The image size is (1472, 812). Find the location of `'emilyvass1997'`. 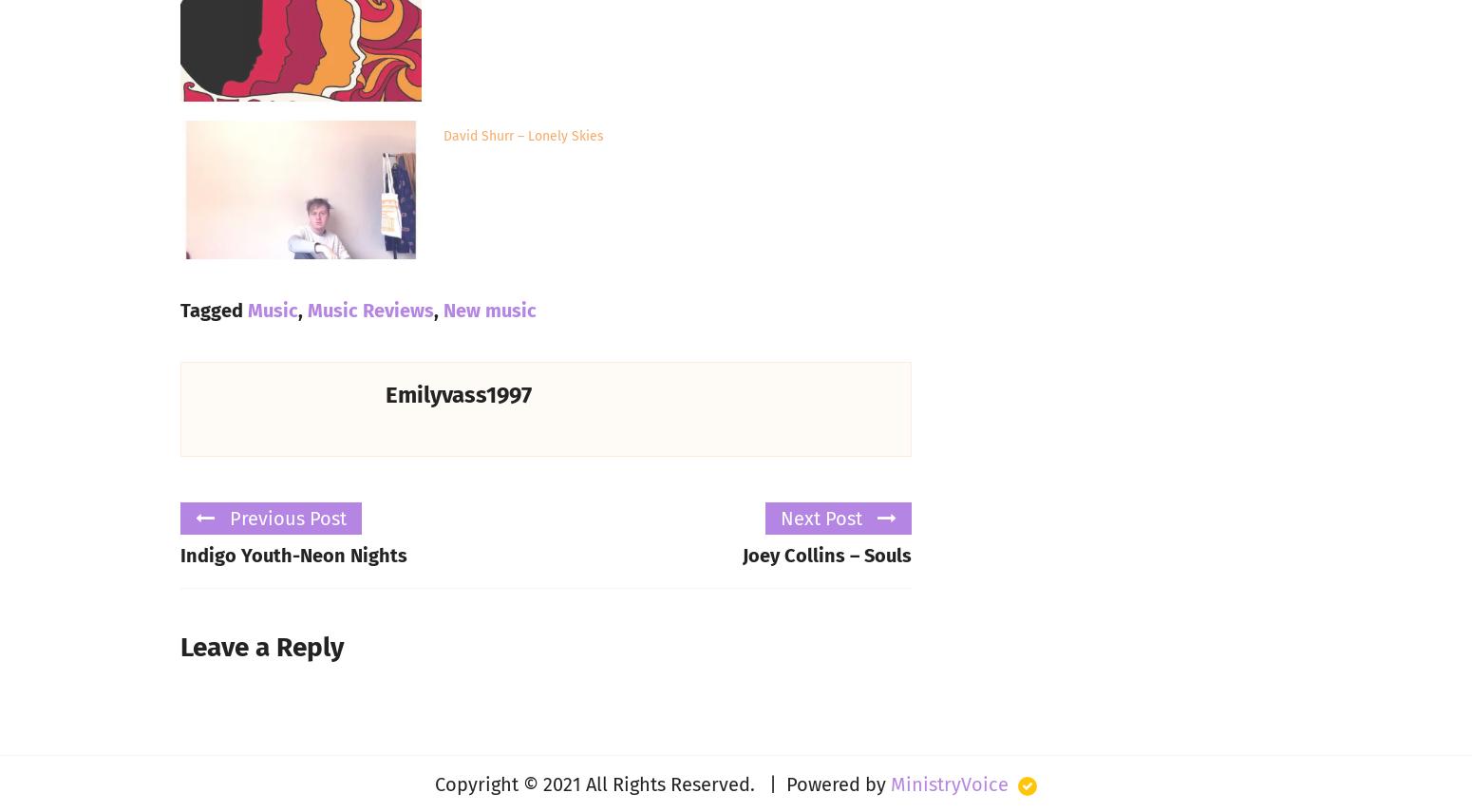

'emilyvass1997' is located at coordinates (457, 394).